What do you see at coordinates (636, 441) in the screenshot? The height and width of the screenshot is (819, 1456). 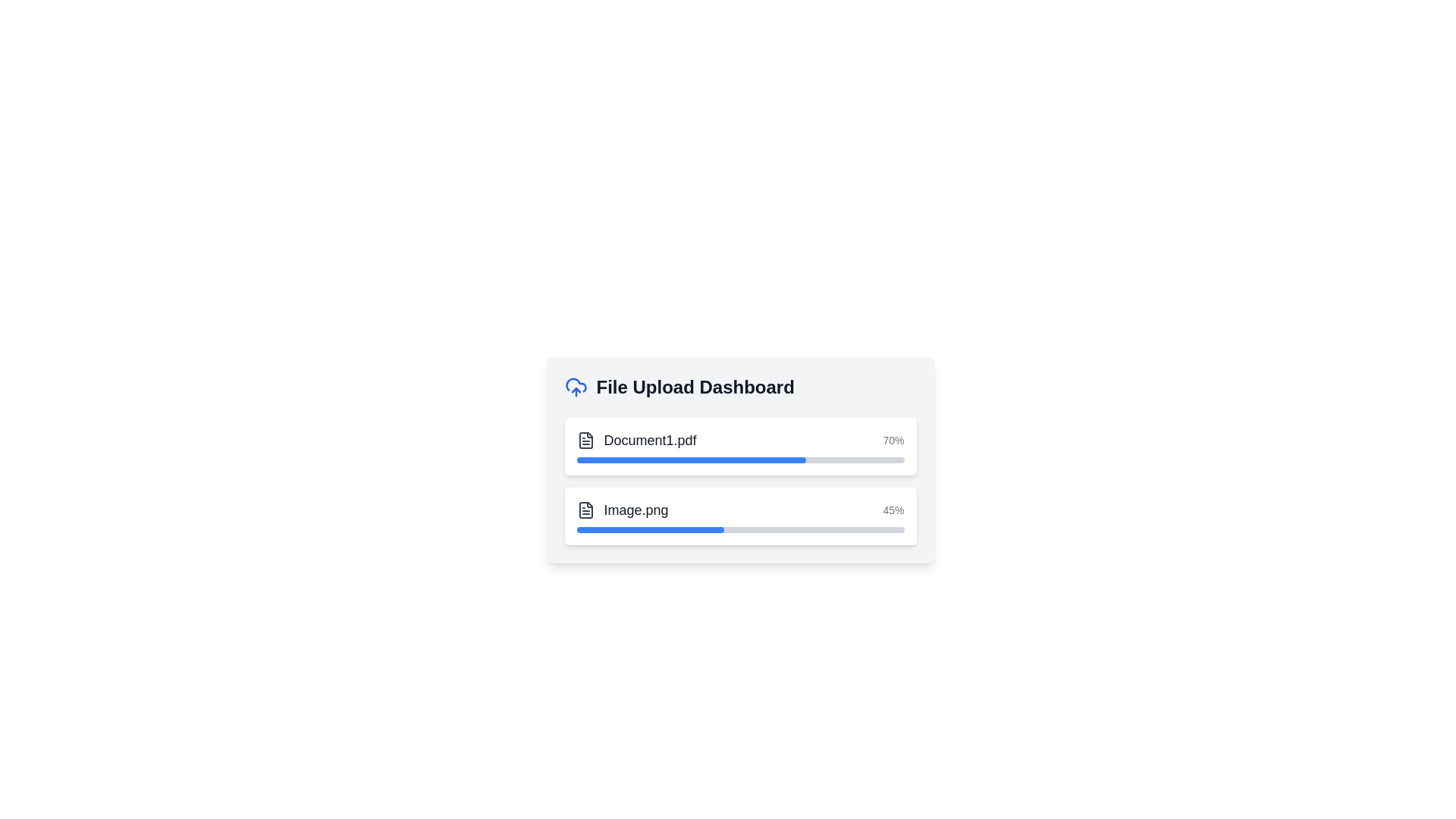 I see `the 'Document1.pdf' file item display to show the context menu with options such as download or delete` at bounding box center [636, 441].